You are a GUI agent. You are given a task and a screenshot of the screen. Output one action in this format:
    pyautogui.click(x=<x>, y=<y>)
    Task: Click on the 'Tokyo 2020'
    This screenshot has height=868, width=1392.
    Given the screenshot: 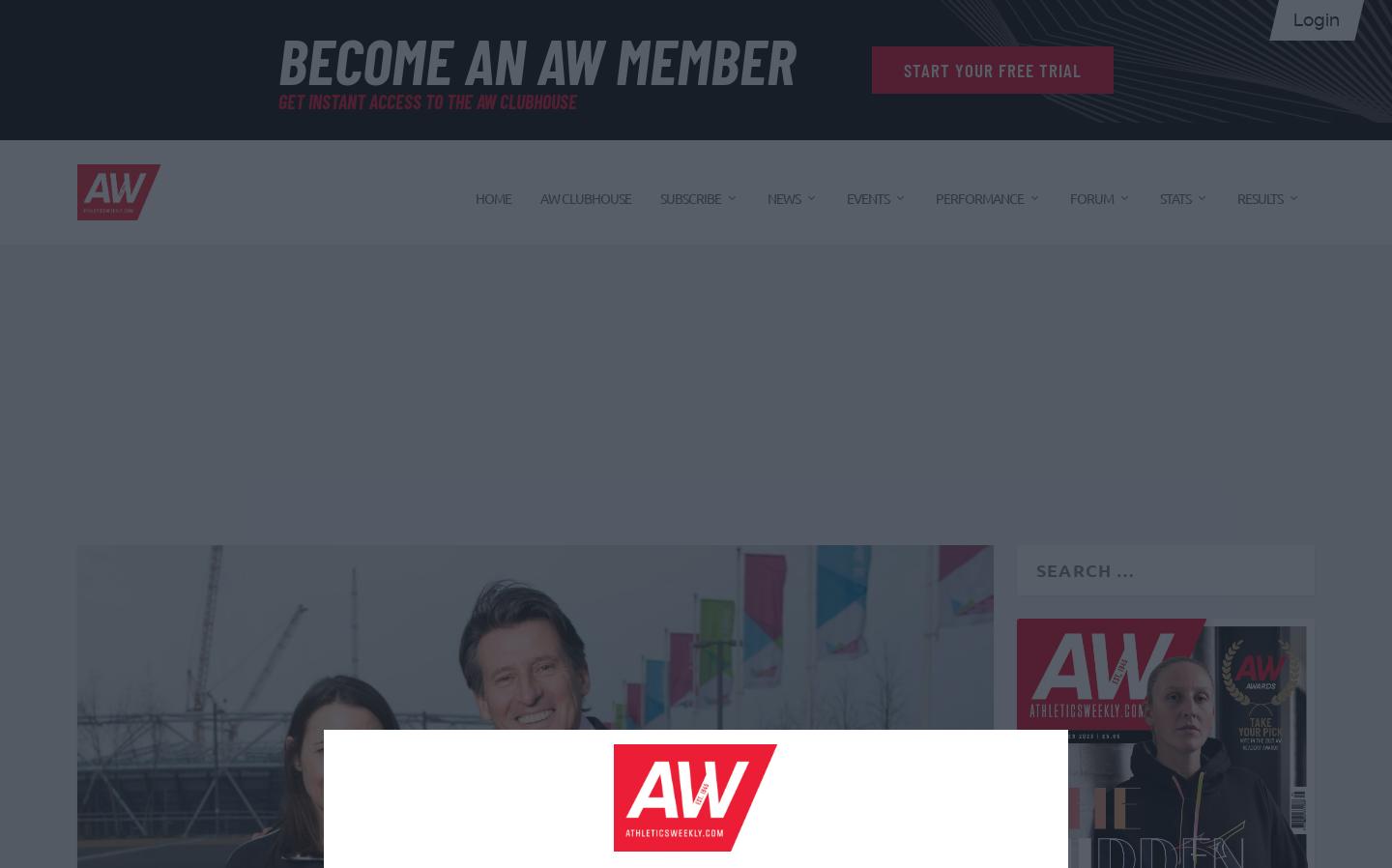 What is the action you would take?
    pyautogui.click(x=855, y=468)
    